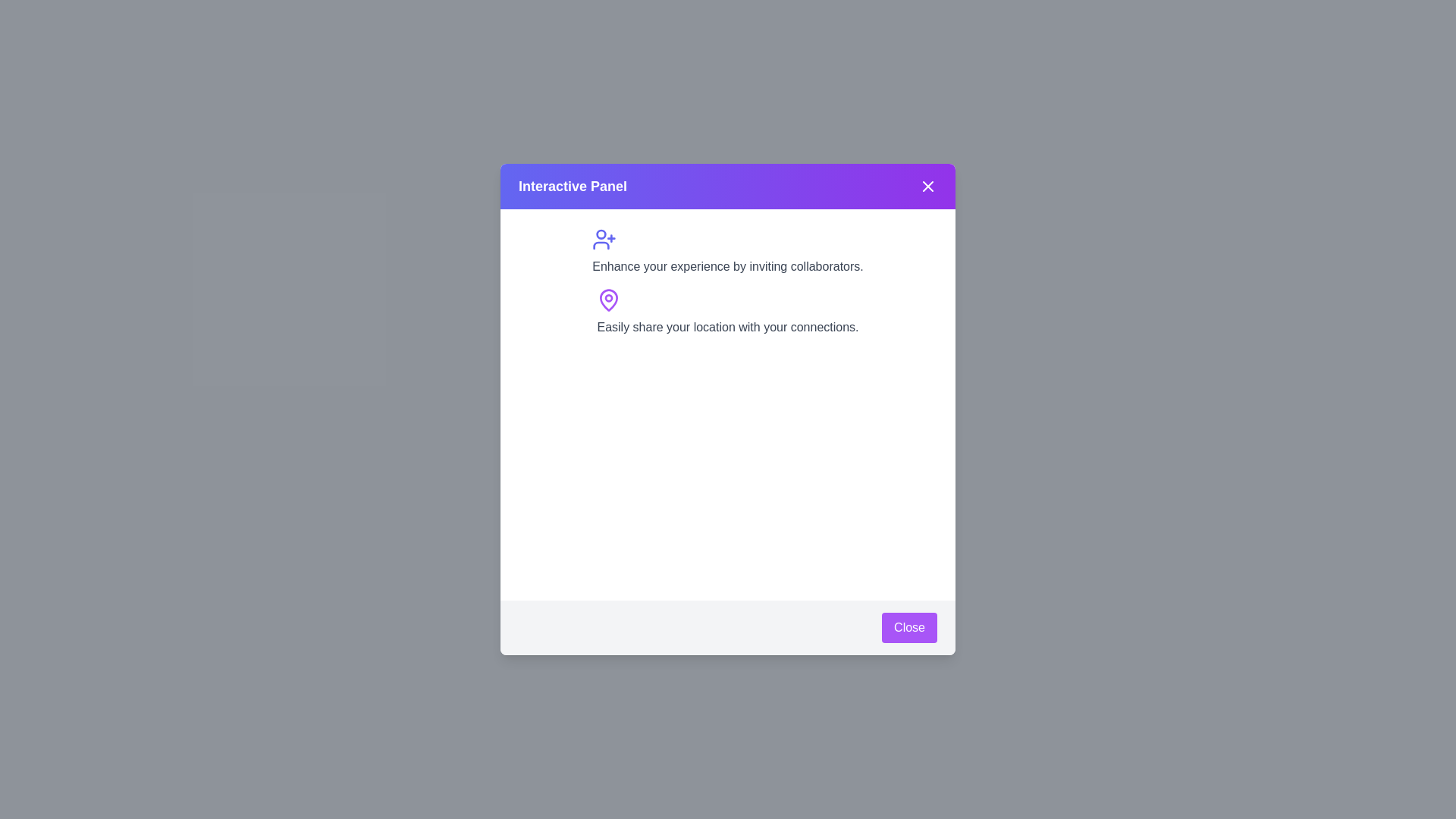 The height and width of the screenshot is (819, 1456). What do you see at coordinates (927, 186) in the screenshot?
I see `the small button with a purple gradient background and white 'X' icon located at the top-right corner of the 'Interactive Panel' to potentially reveal a tooltip` at bounding box center [927, 186].